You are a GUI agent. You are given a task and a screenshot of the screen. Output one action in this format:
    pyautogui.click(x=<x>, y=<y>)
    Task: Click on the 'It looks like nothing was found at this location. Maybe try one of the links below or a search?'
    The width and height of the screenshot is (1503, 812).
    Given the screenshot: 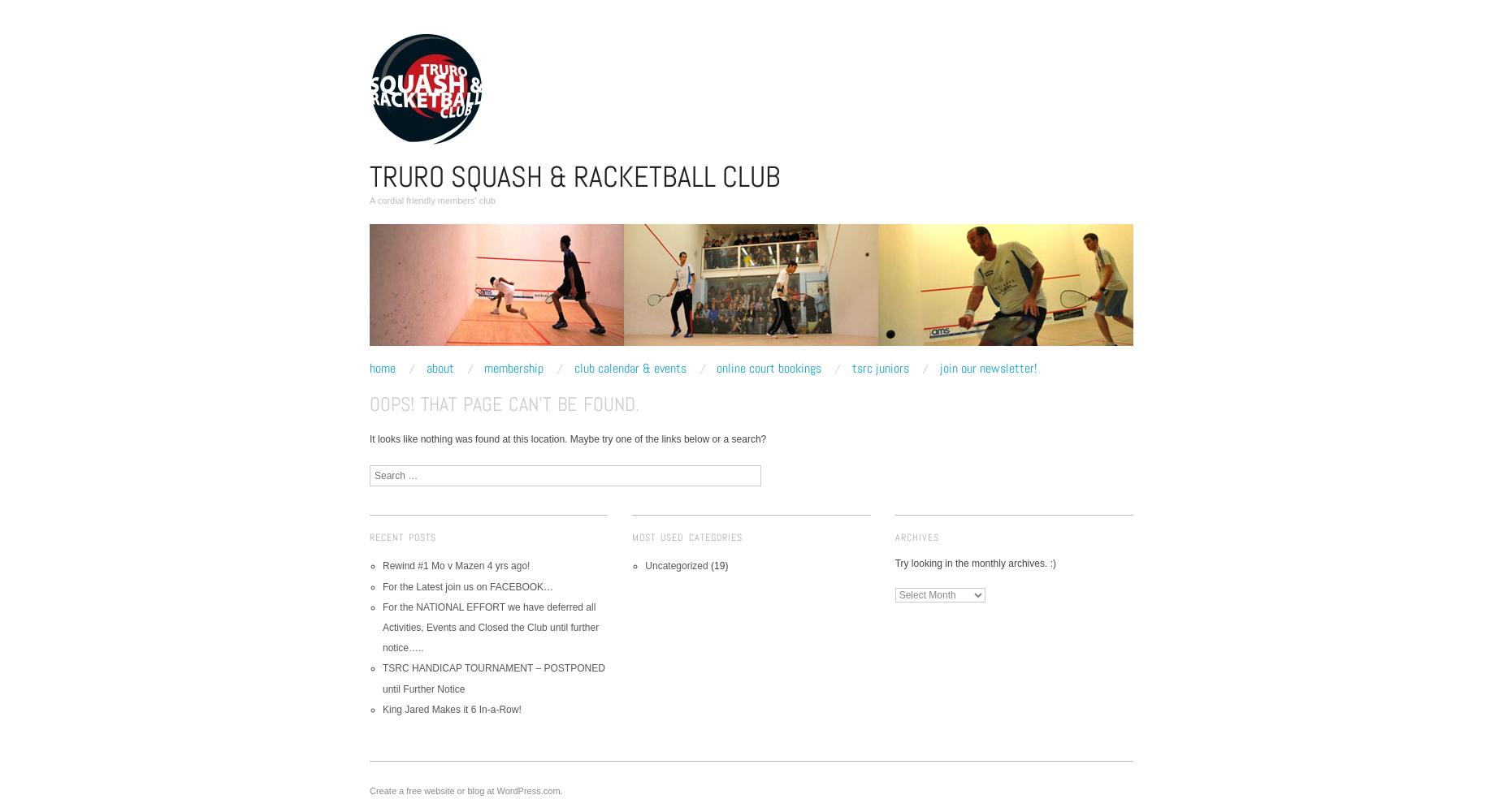 What is the action you would take?
    pyautogui.click(x=567, y=438)
    